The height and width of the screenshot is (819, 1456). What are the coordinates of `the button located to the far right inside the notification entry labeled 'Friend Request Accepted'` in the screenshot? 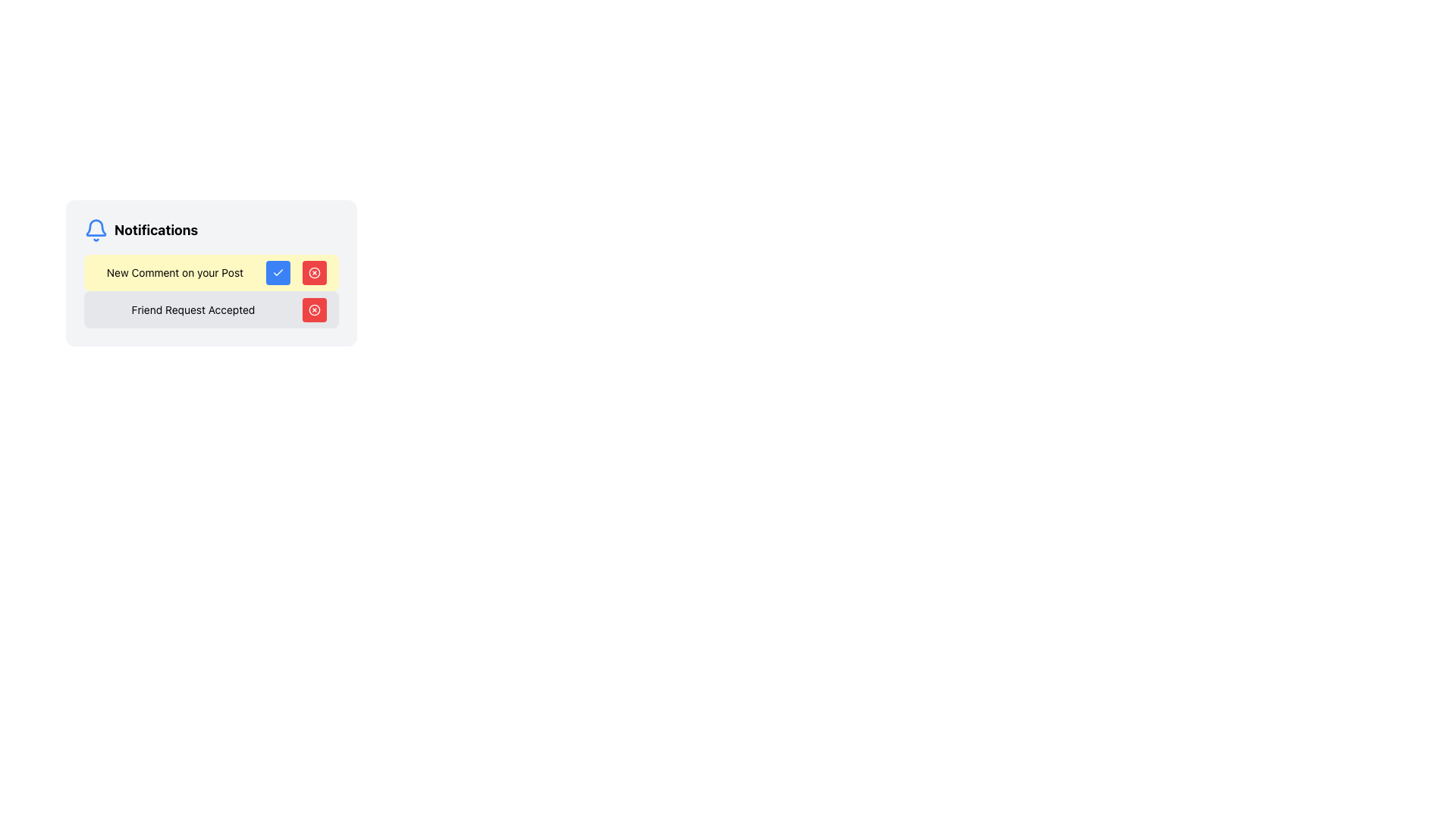 It's located at (313, 309).